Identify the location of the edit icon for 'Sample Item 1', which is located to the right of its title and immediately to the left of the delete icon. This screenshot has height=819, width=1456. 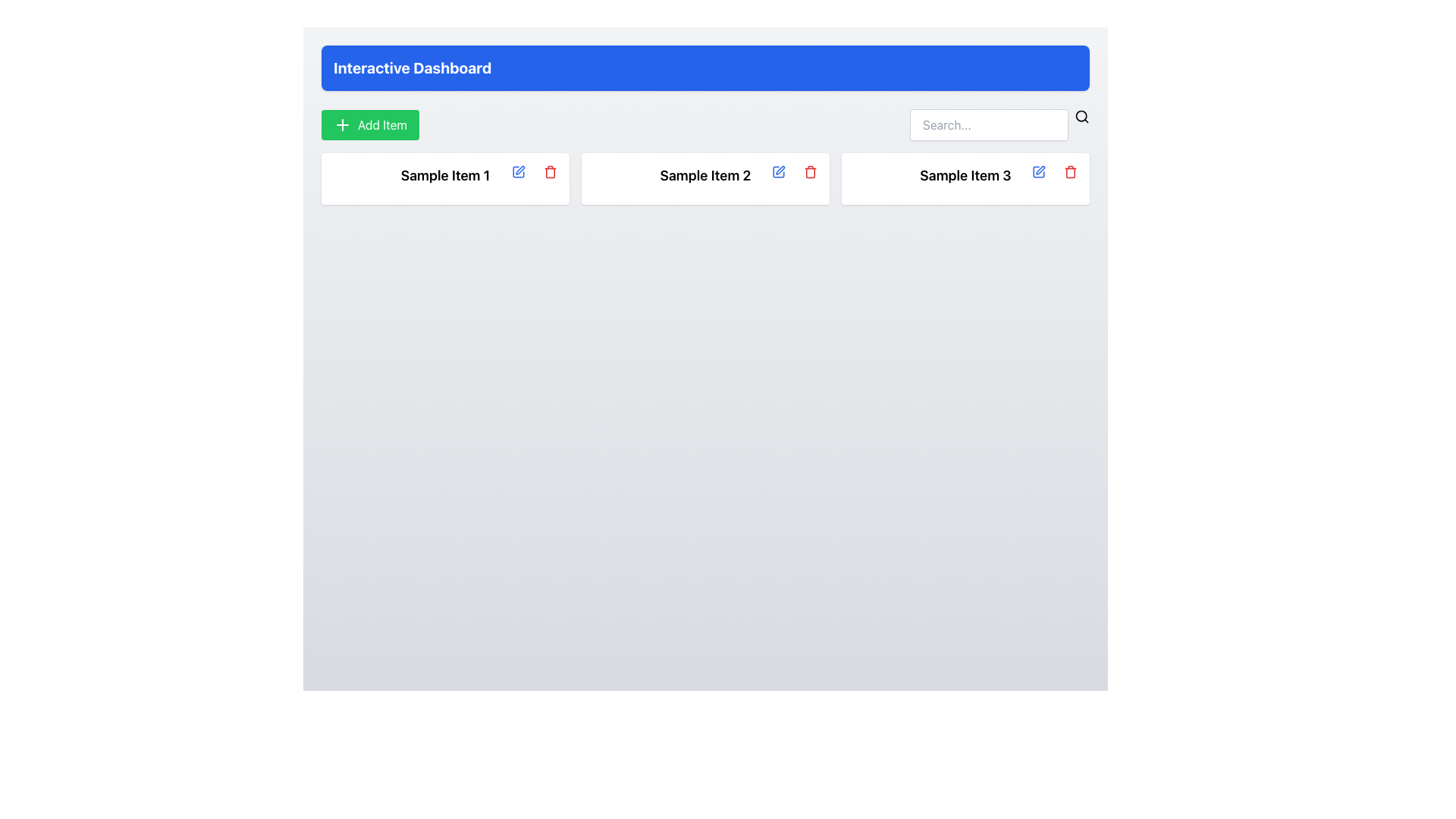
(519, 171).